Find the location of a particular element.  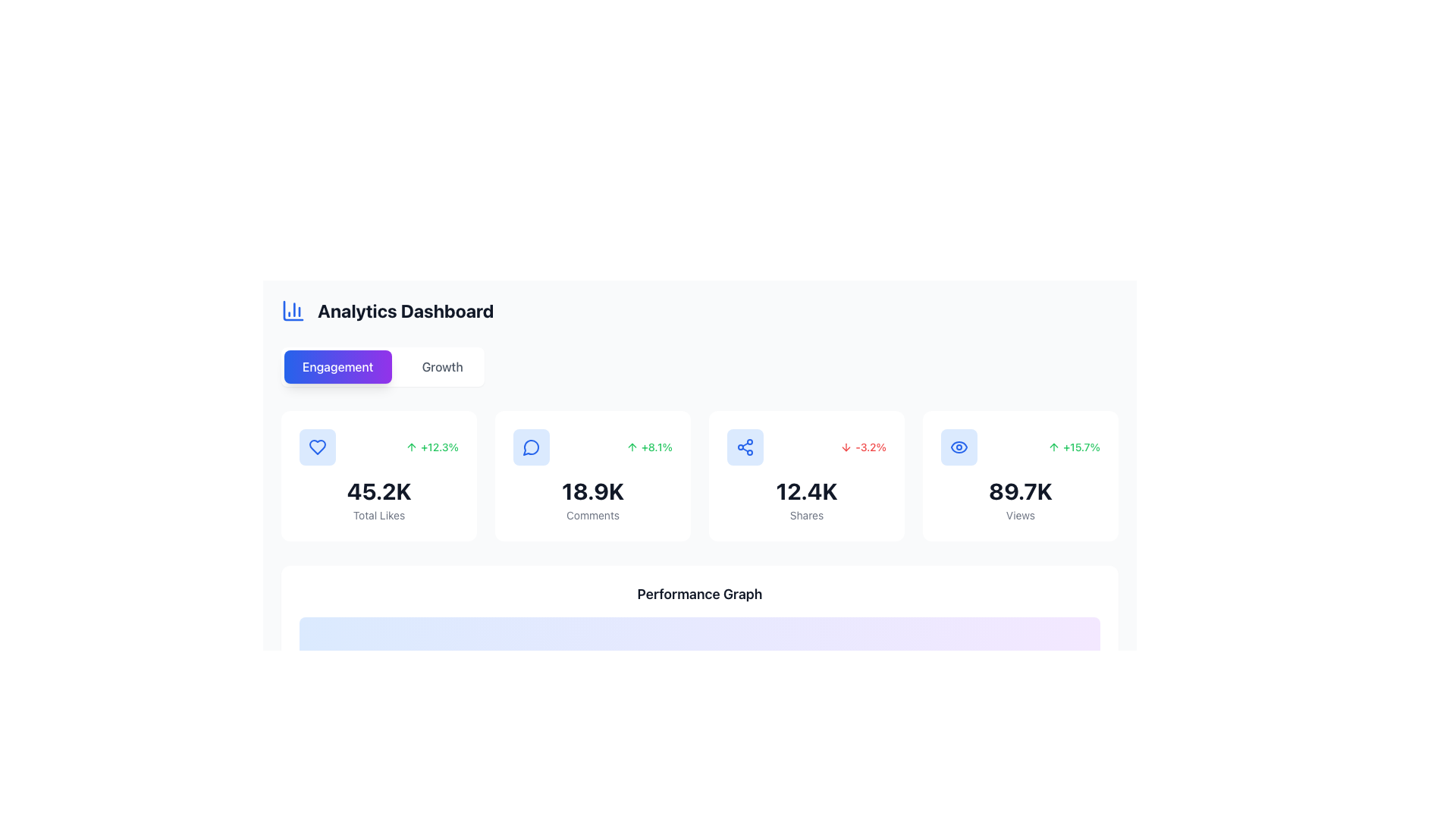

the text label displaying '+8.1%' in green bold font, which is accompanied by an upward pointing arrow icon, located in the second card of the Comments section is located at coordinates (649, 447).